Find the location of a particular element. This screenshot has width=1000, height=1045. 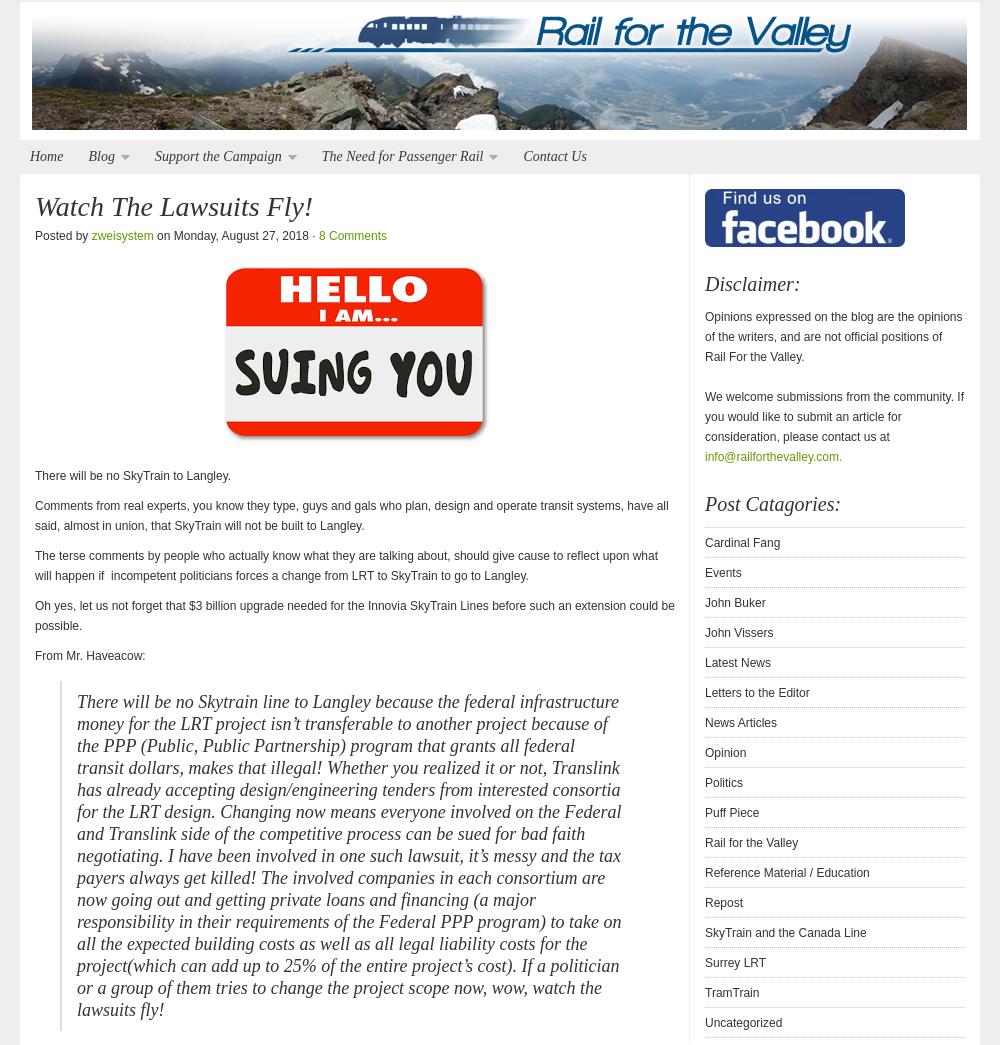

'Comments from real experts, you know they type, guys and gals who plan, design and operate transit systems, have all said, almost in union, that SkyTrain will not be built to Langley.' is located at coordinates (350, 515).